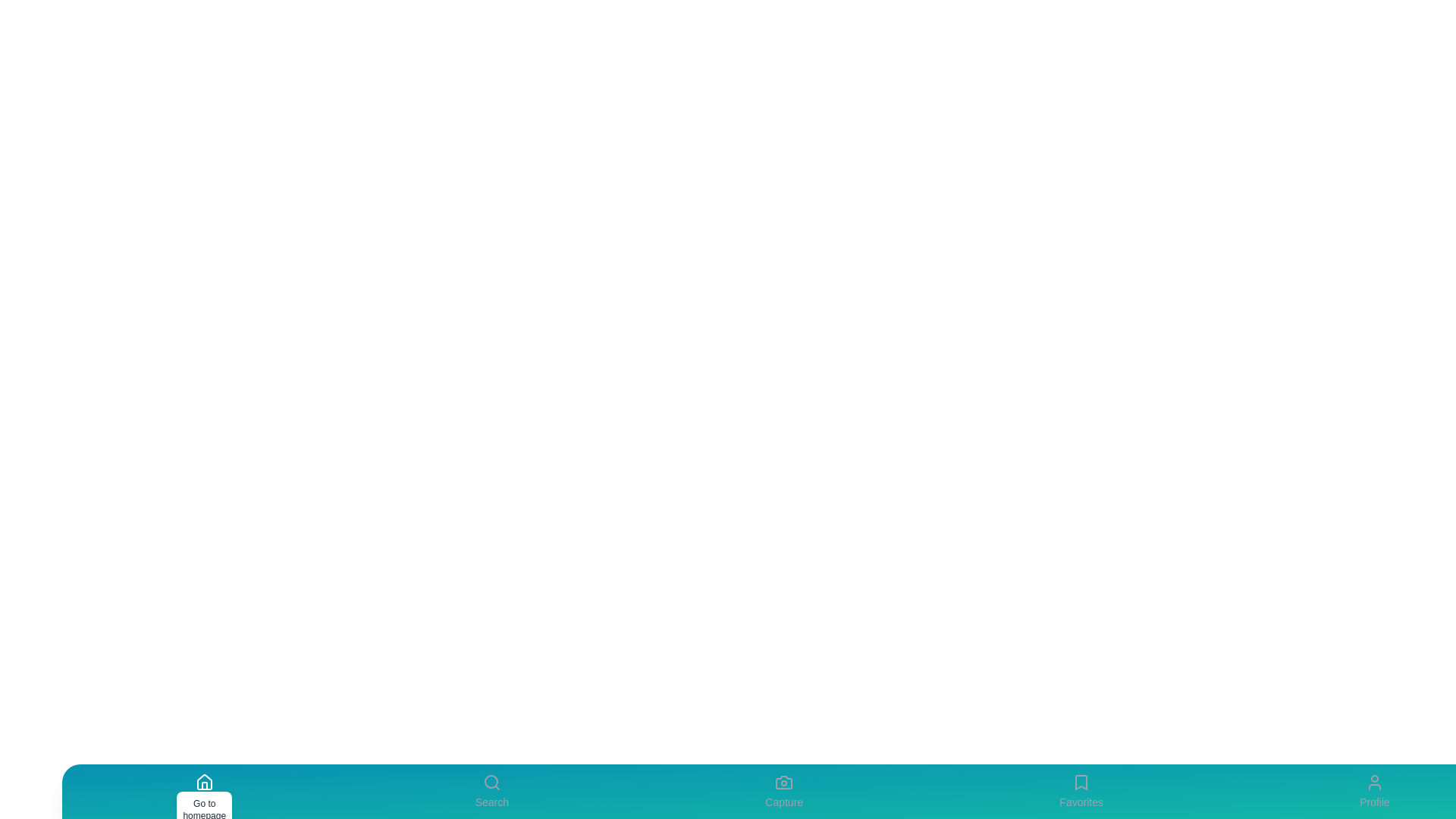 Image resolution: width=1456 pixels, height=819 pixels. I want to click on the Capture icon to perform its associated action, so click(784, 791).